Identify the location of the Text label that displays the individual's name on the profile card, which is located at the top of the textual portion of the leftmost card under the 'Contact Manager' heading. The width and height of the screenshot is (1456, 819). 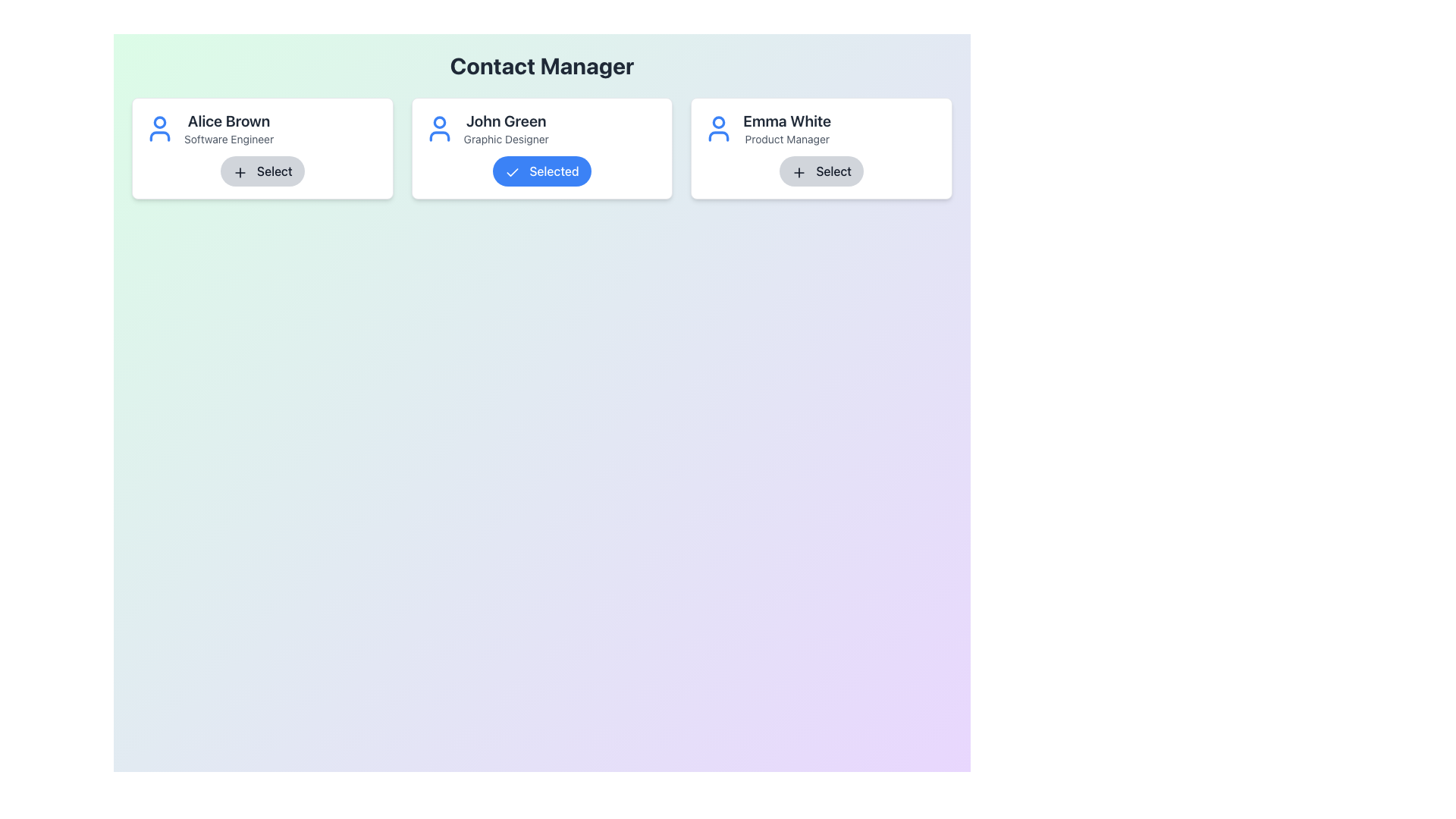
(228, 120).